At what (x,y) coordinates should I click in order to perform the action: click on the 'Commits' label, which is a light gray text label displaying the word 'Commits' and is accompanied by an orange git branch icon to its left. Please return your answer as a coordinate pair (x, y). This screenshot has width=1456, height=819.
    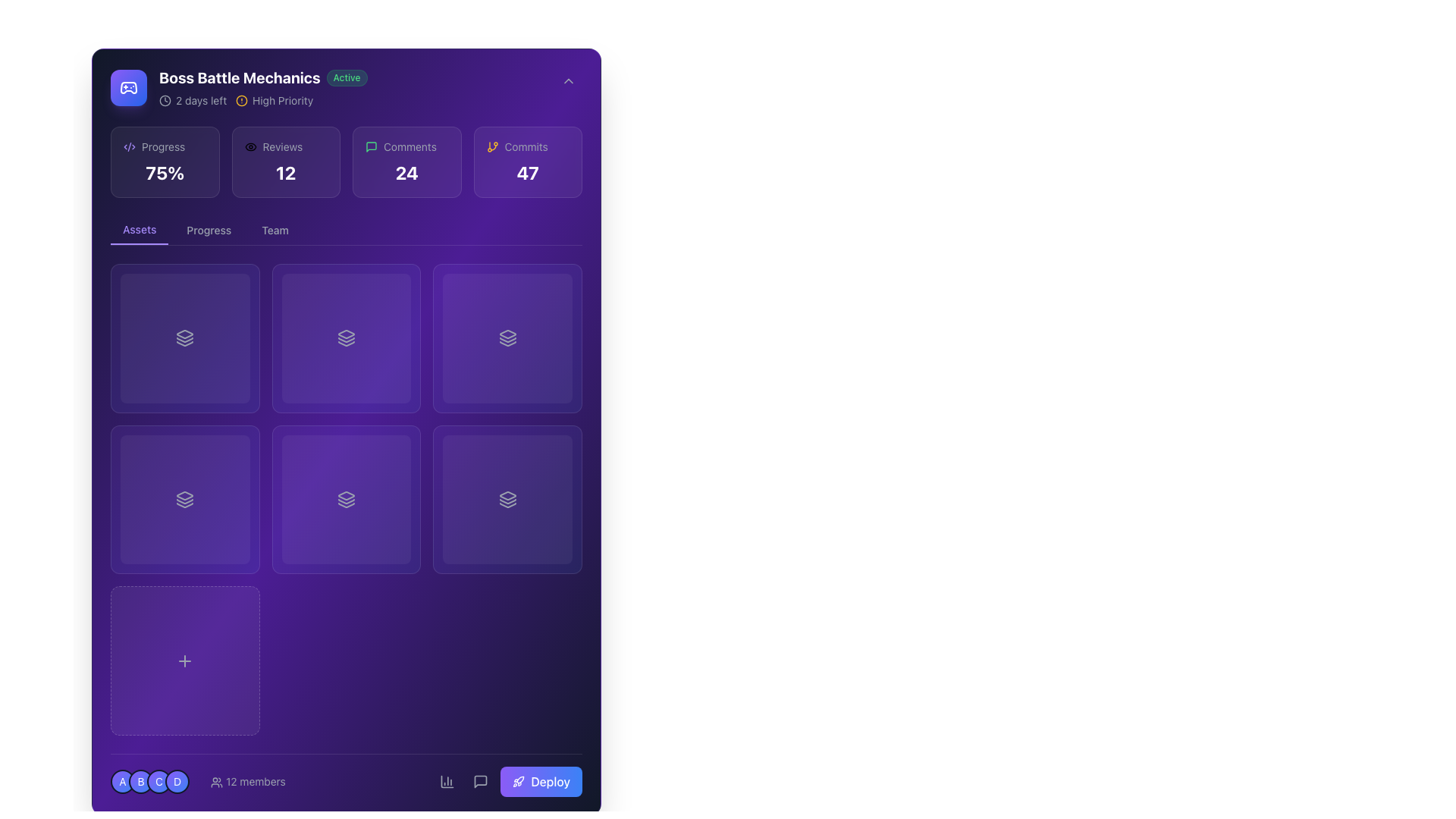
    Looking at the image, I should click on (528, 146).